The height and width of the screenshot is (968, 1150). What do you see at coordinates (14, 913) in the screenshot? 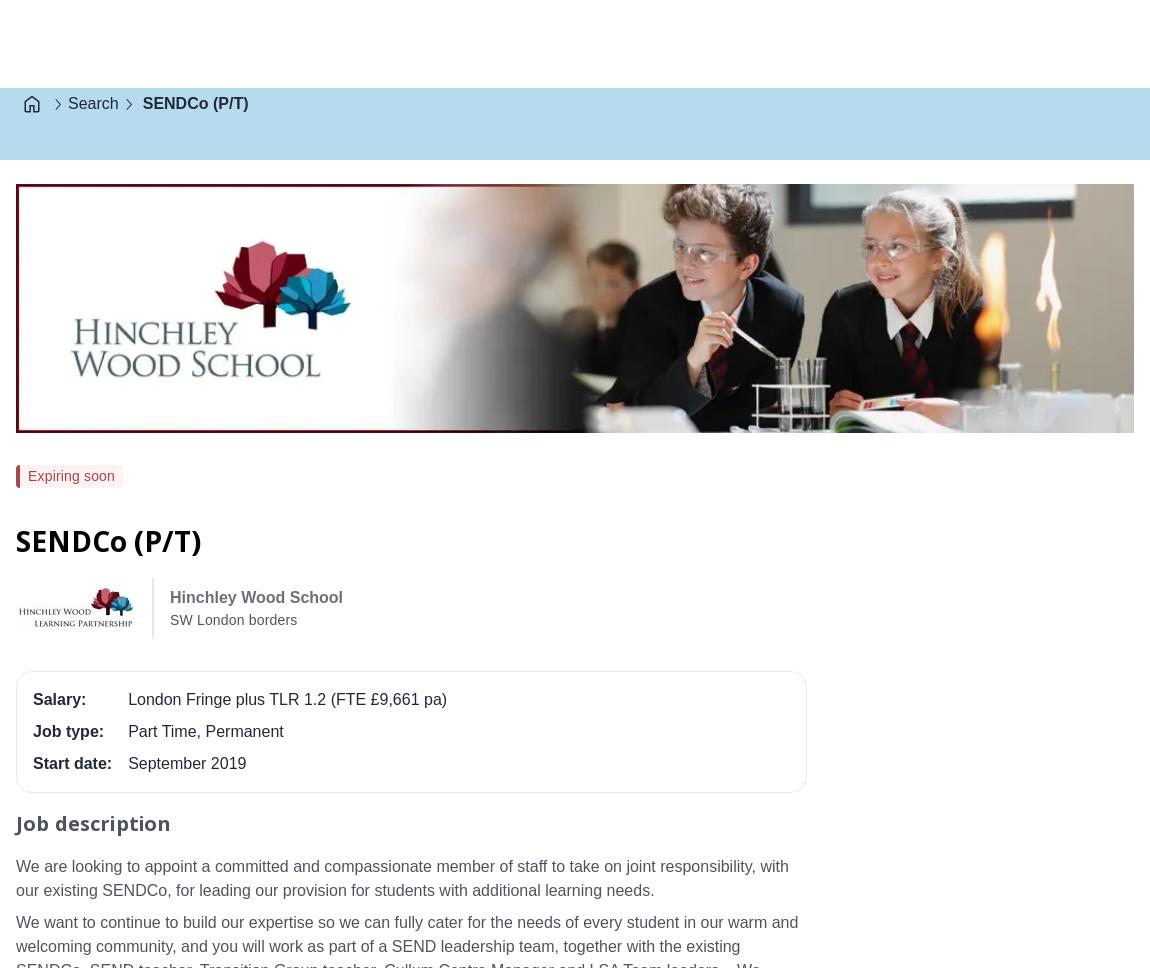
I see `'Hinchley Wood School’s motto is “Caring for ourselves, each other, the environment and the future”. The school aims for every student to be determined to work hard, have independence and be confident. This will hopefully help them to grow as individuals. Teachers aim to make students enthusiastic about learning and are expected to help them achieve the best possible results and discover their talents.'` at bounding box center [14, 913].